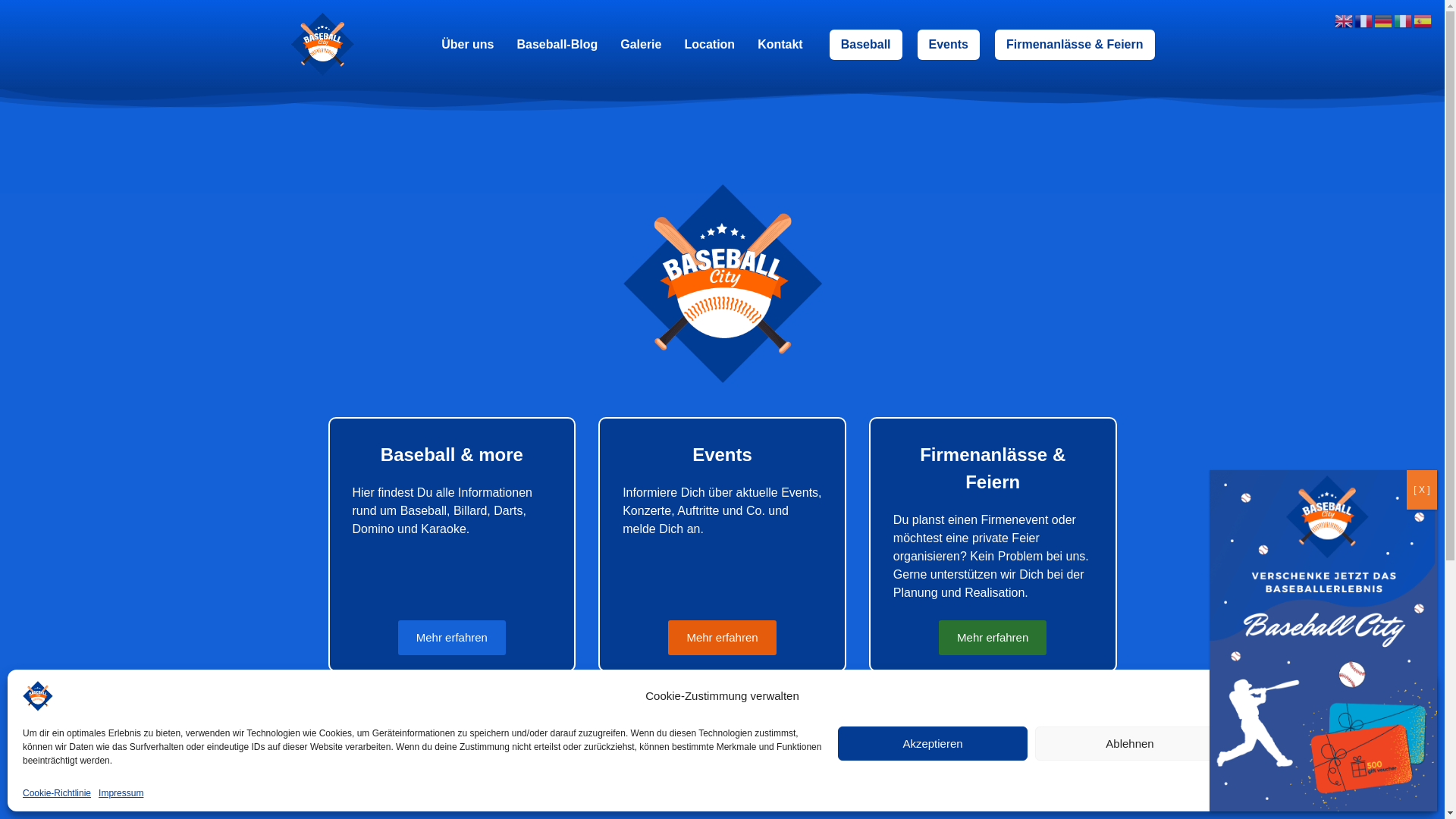 Image resolution: width=1456 pixels, height=819 pixels. Describe the element at coordinates (836, 742) in the screenshot. I see `'Akzeptieren'` at that location.